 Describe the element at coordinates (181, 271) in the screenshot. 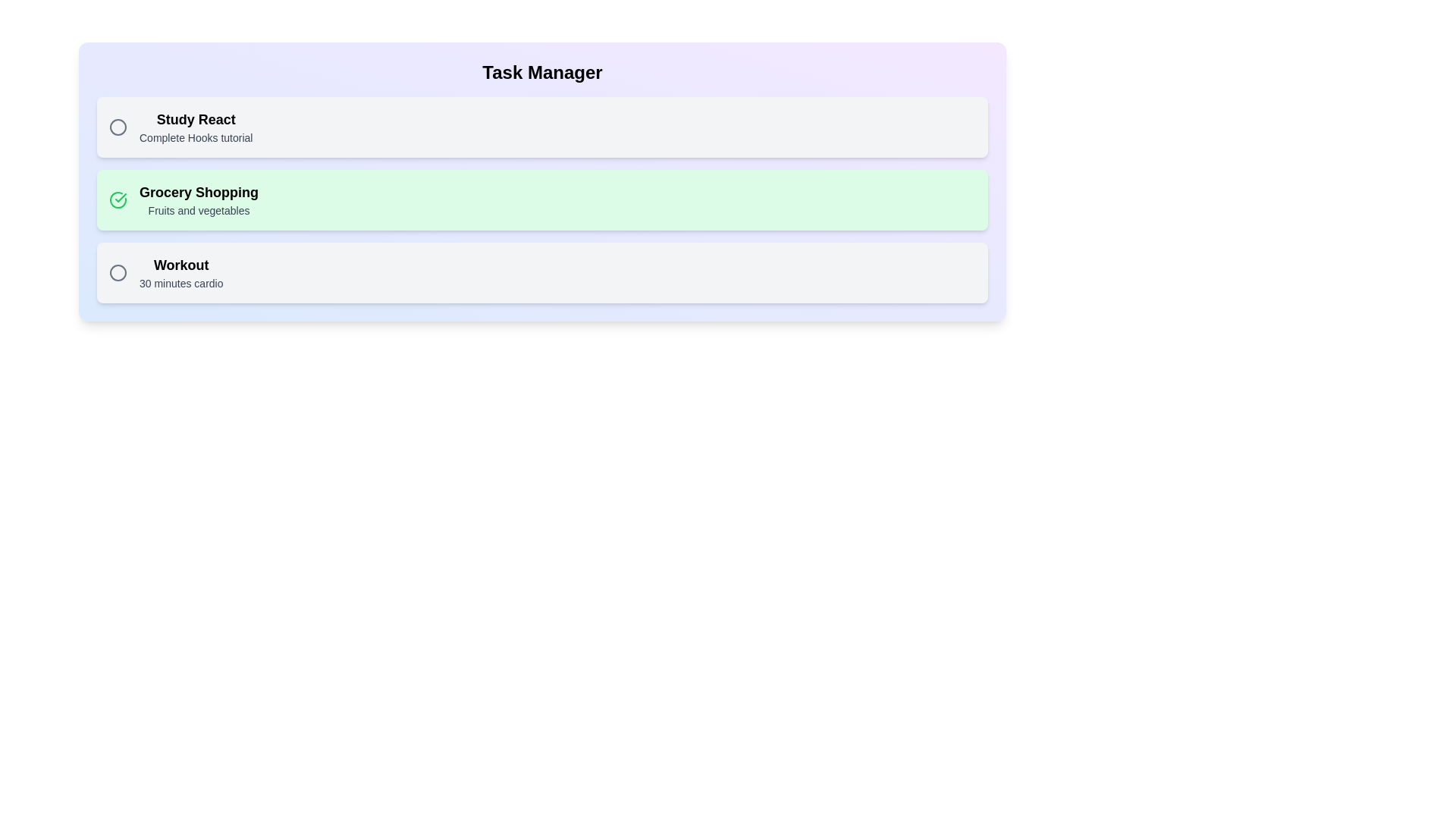

I see `the third task item in the 'Task Manager' section` at that location.